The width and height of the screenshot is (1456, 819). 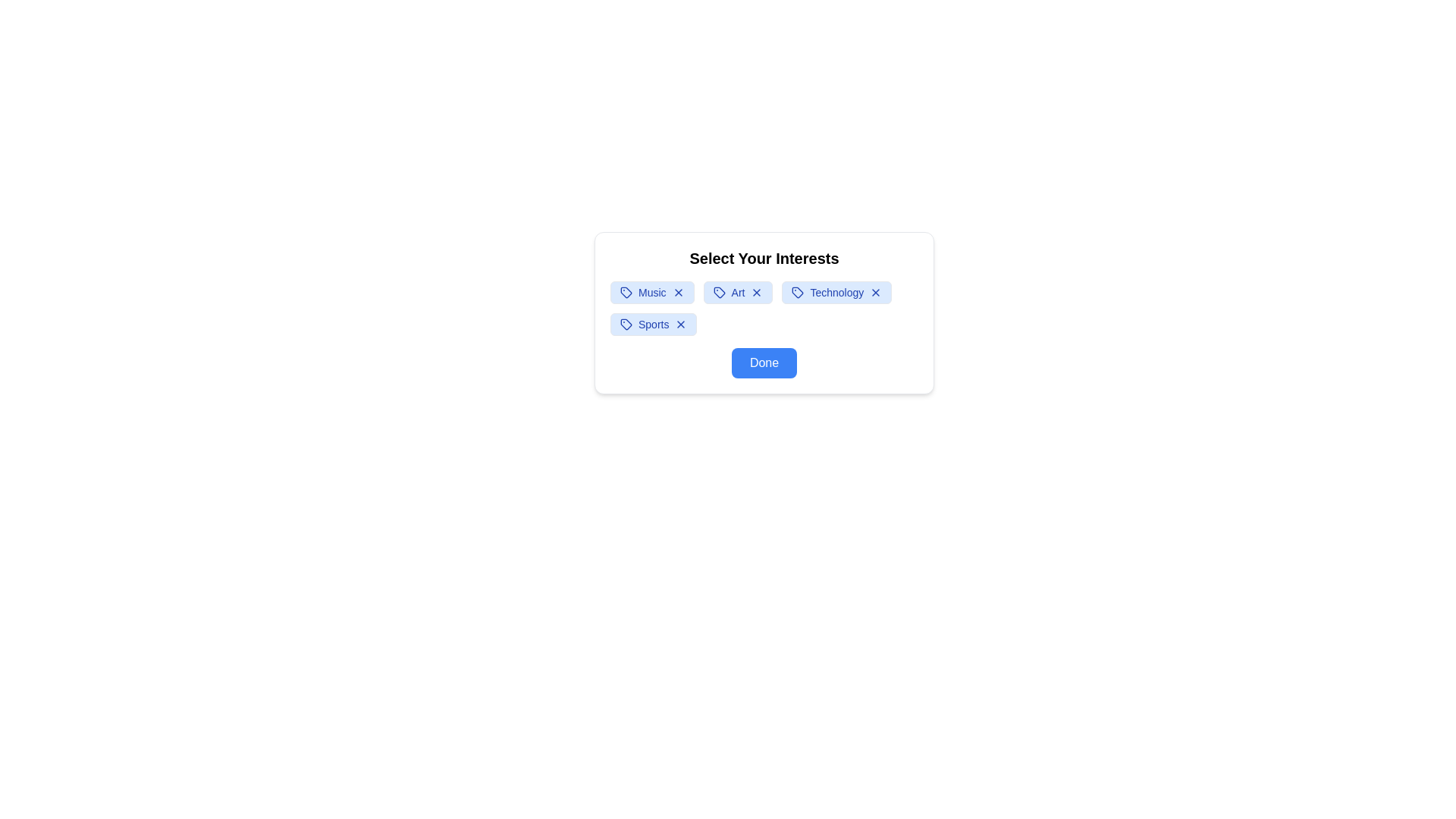 What do you see at coordinates (654, 324) in the screenshot?
I see `the text within the interest tag labeled 'Sports' to select it` at bounding box center [654, 324].